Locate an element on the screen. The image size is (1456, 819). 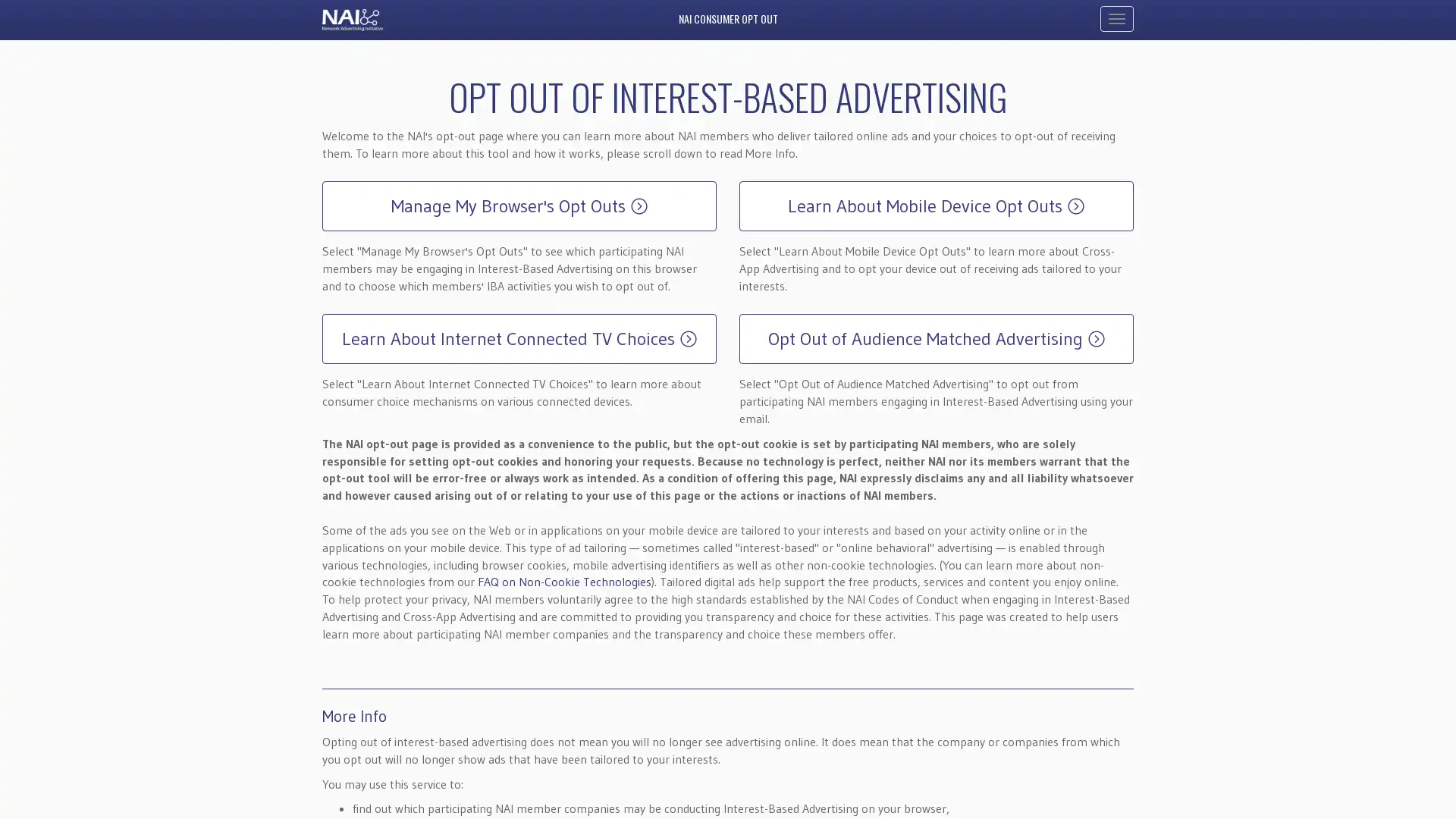
Manage My Browser's Opt Outs is located at coordinates (519, 206).